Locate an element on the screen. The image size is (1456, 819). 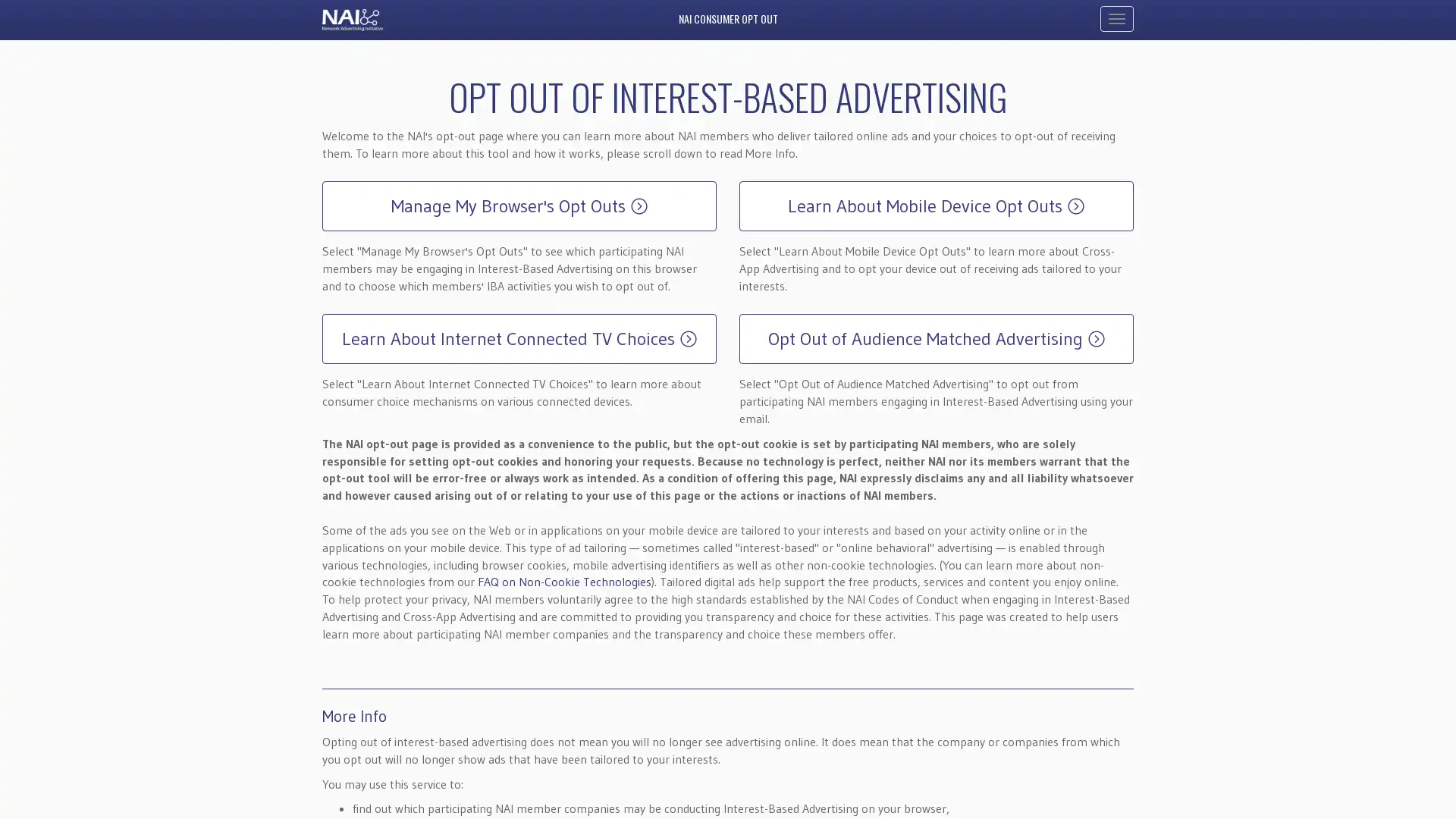
Manage My Browser's Opt Outs is located at coordinates (519, 206).